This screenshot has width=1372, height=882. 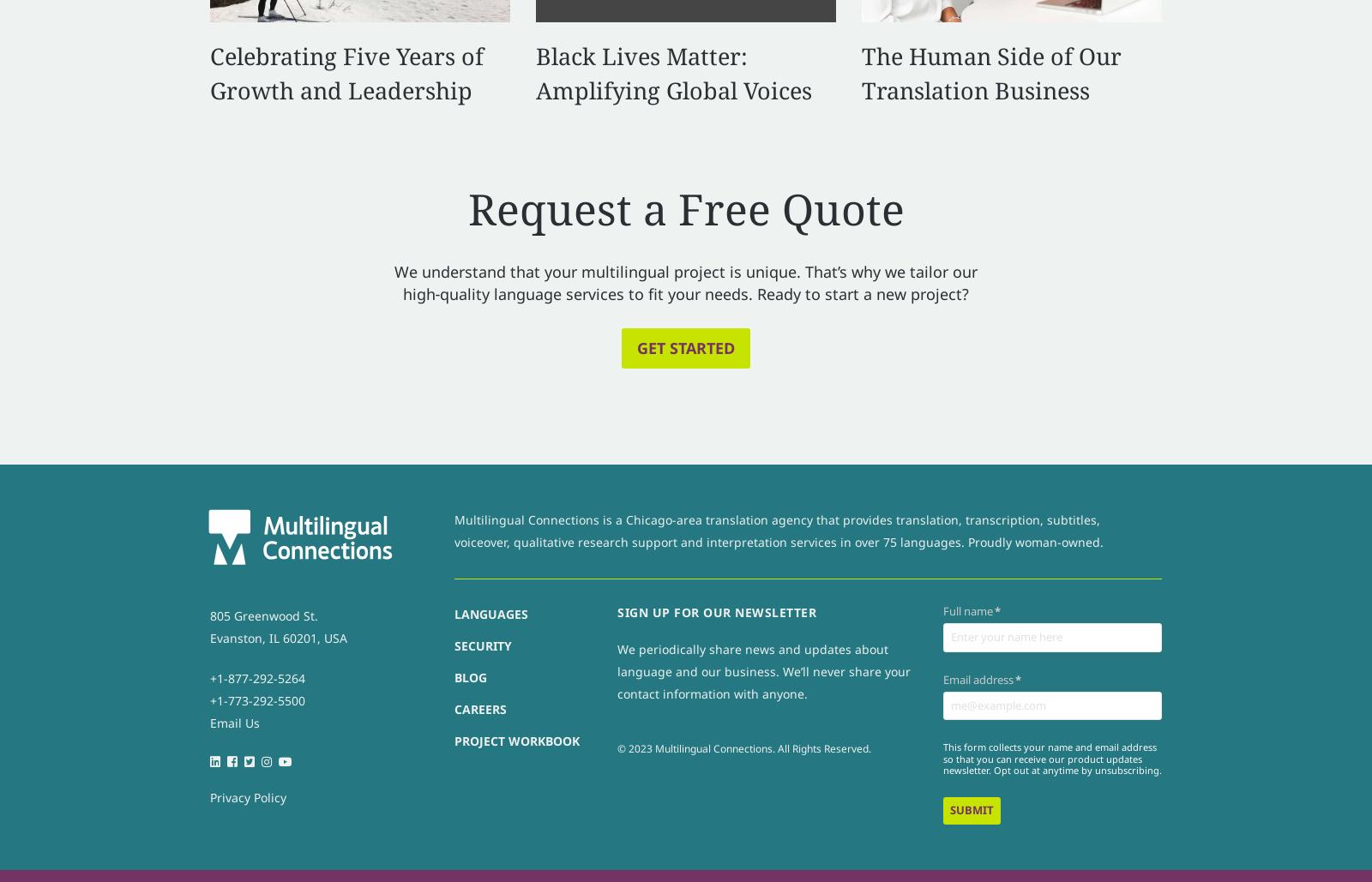 I want to click on 'Evanston, IL 60201, USA', so click(x=278, y=638).